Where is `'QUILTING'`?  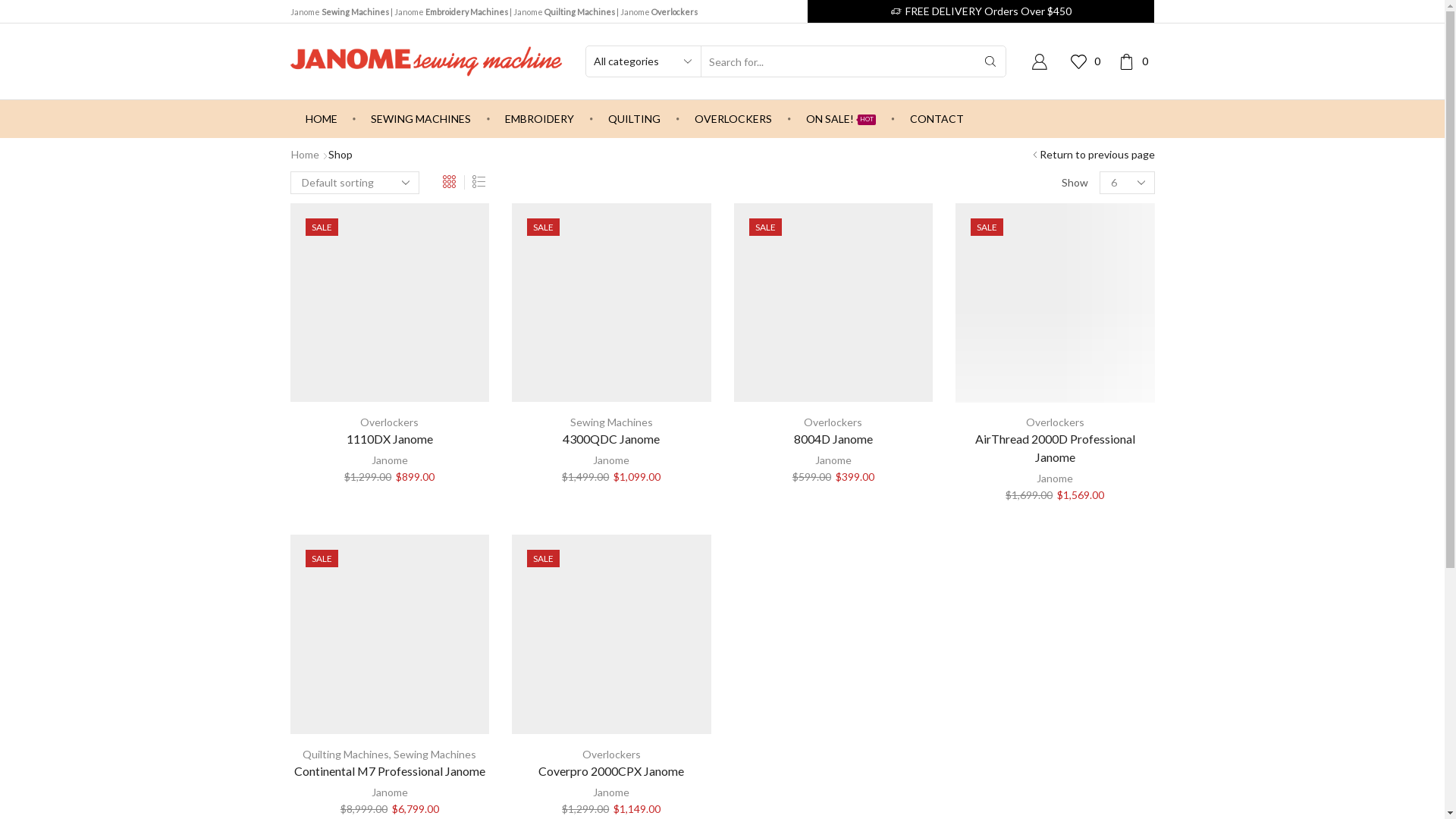
'QUILTING' is located at coordinates (634, 118).